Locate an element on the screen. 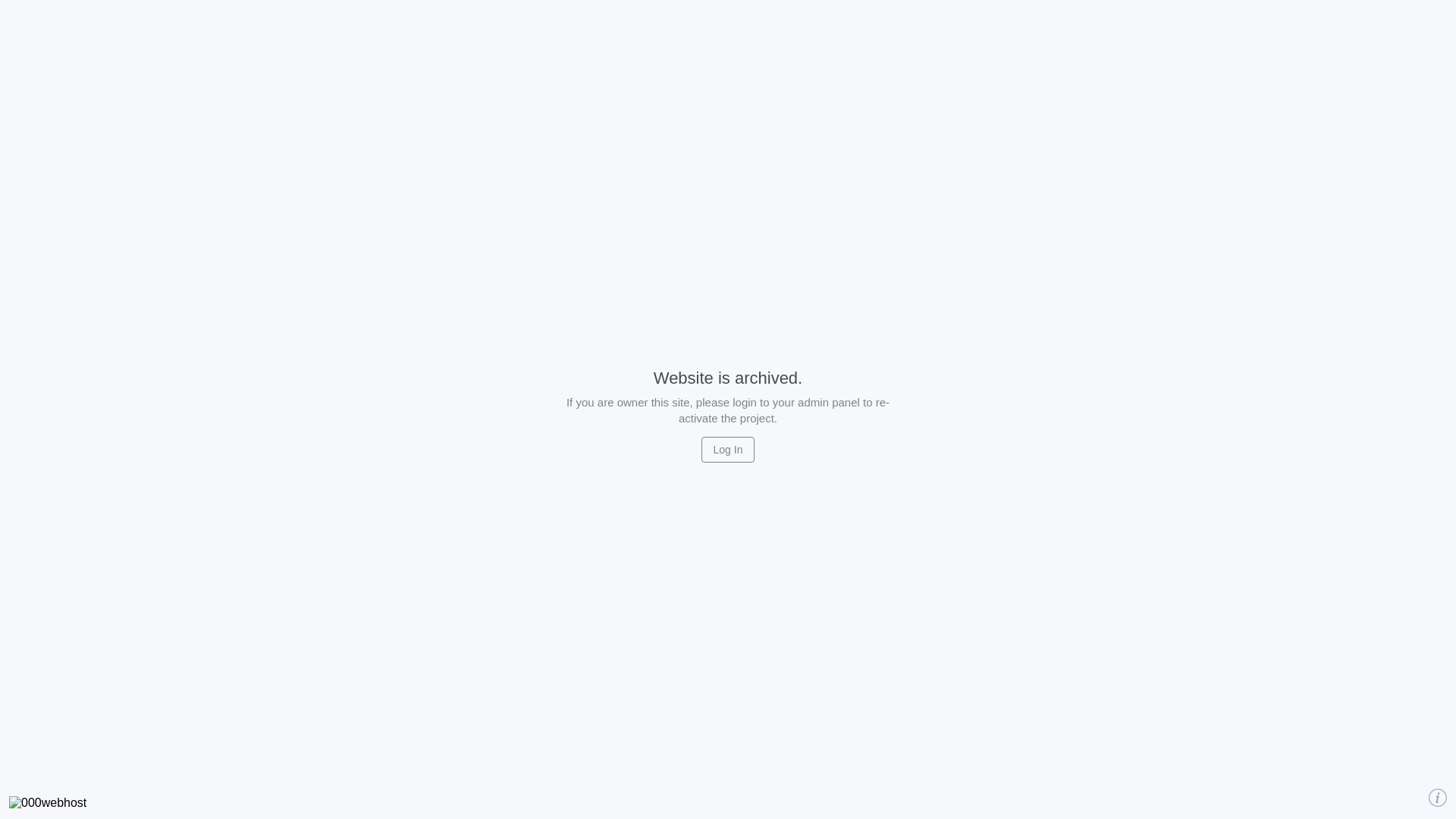 The height and width of the screenshot is (819, 1456). 'Log In' is located at coordinates (728, 449).